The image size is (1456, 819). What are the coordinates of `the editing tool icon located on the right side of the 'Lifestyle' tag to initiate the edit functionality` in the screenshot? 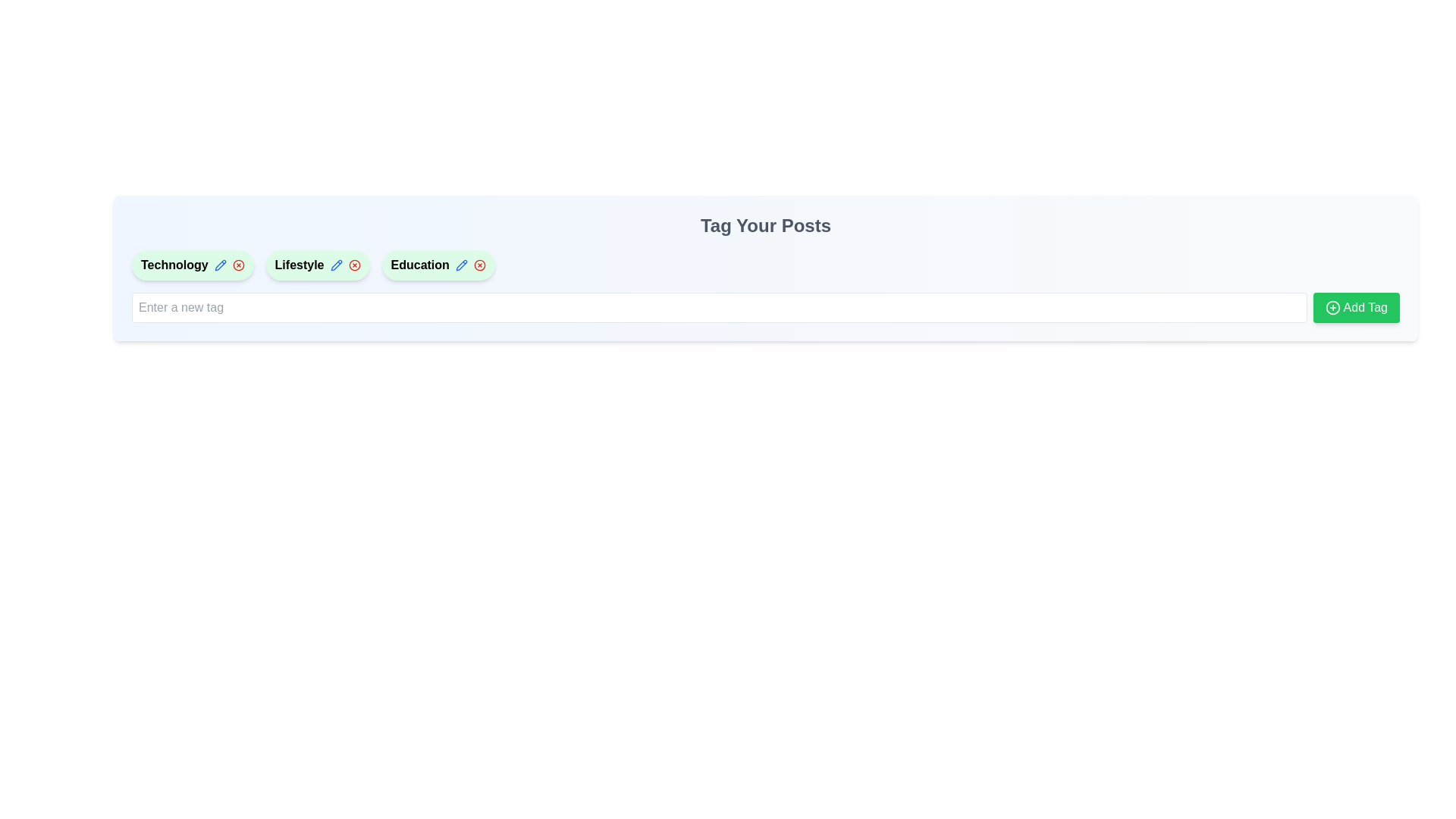 It's located at (335, 265).